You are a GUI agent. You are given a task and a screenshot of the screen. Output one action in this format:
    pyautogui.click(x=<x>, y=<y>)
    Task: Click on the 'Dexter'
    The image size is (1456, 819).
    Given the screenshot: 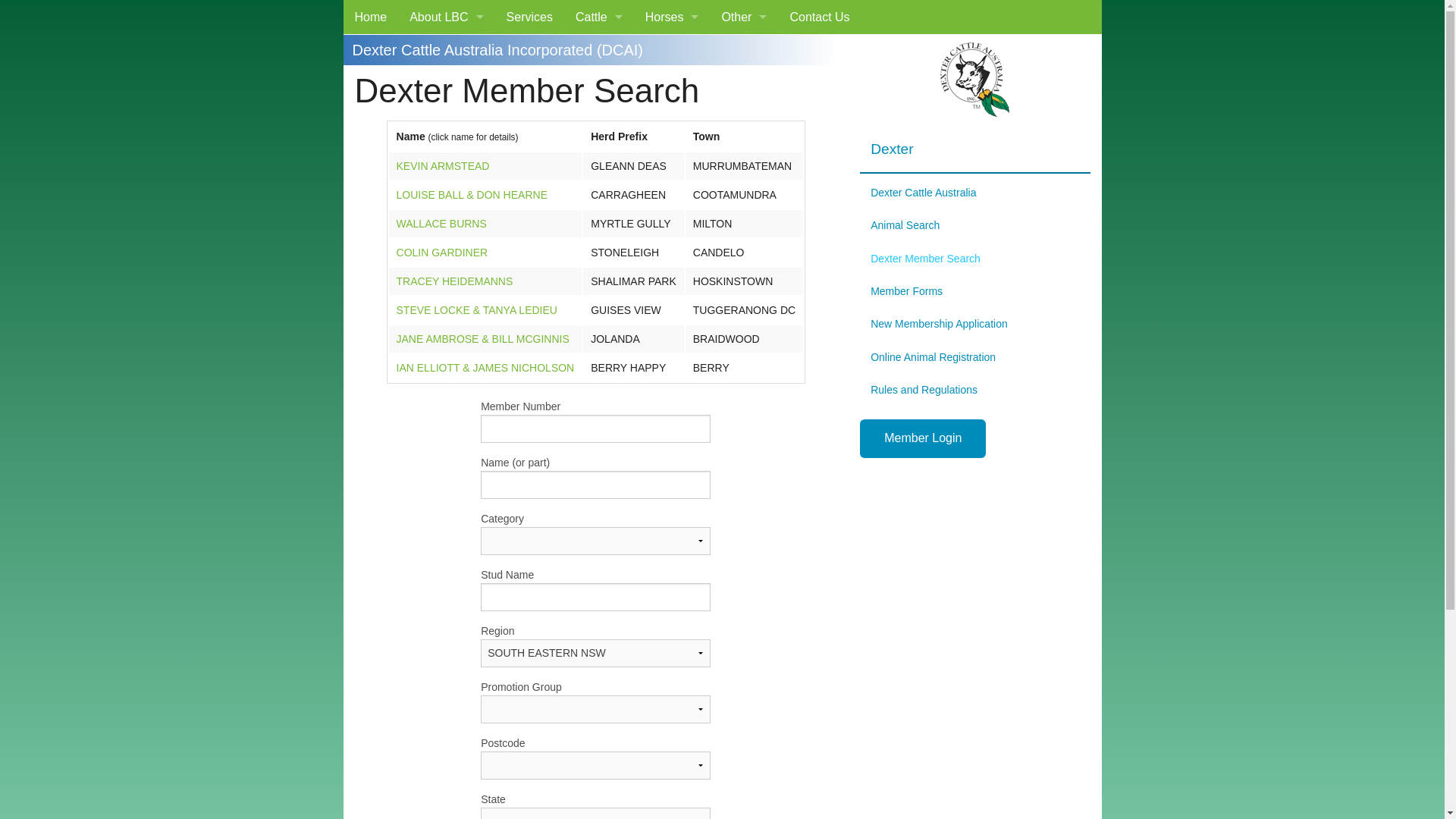 What is the action you would take?
    pyautogui.click(x=974, y=149)
    